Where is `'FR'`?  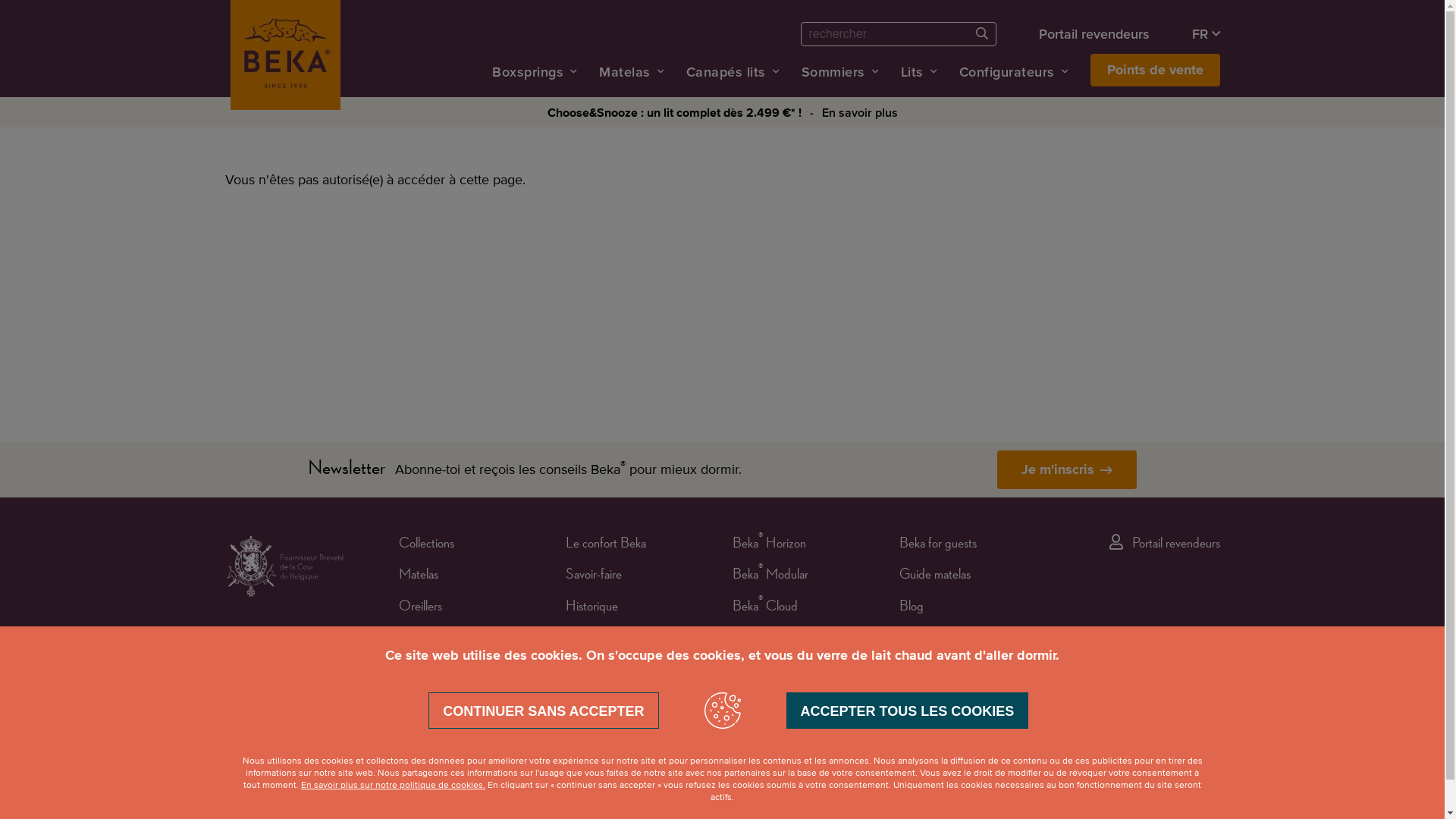
'FR' is located at coordinates (1205, 33).